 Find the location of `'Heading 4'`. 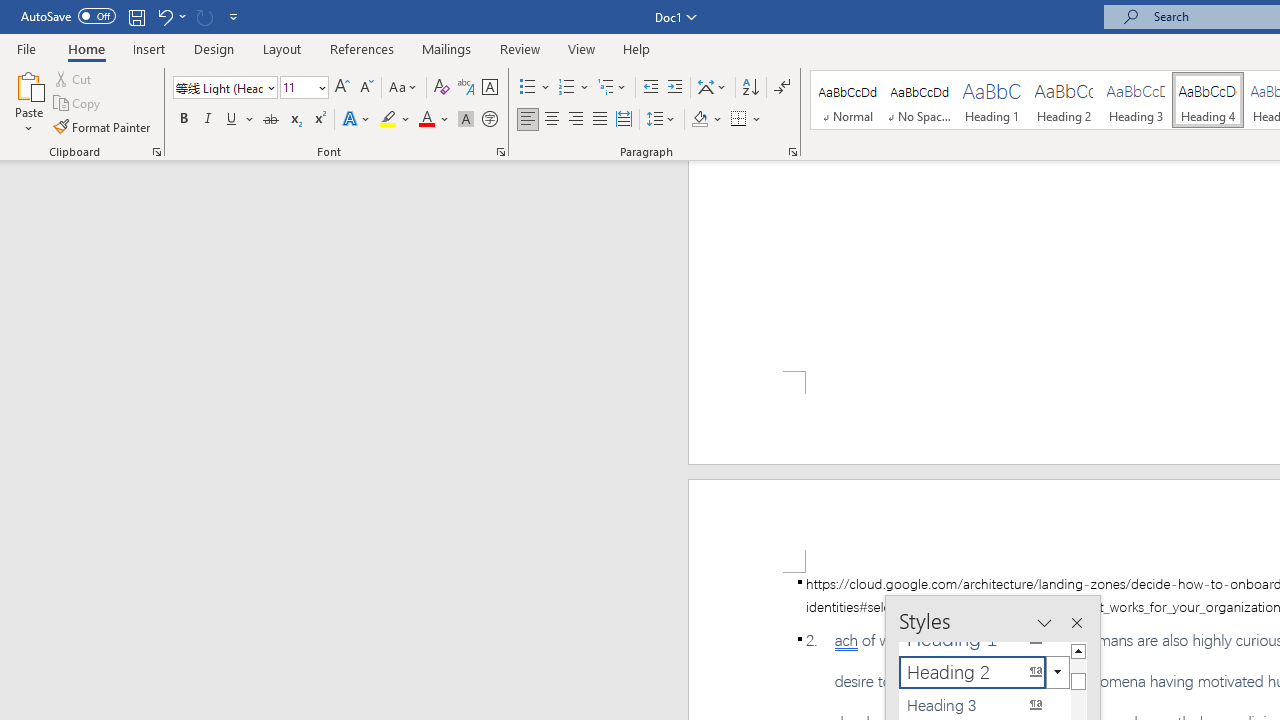

'Heading 4' is located at coordinates (1207, 100).